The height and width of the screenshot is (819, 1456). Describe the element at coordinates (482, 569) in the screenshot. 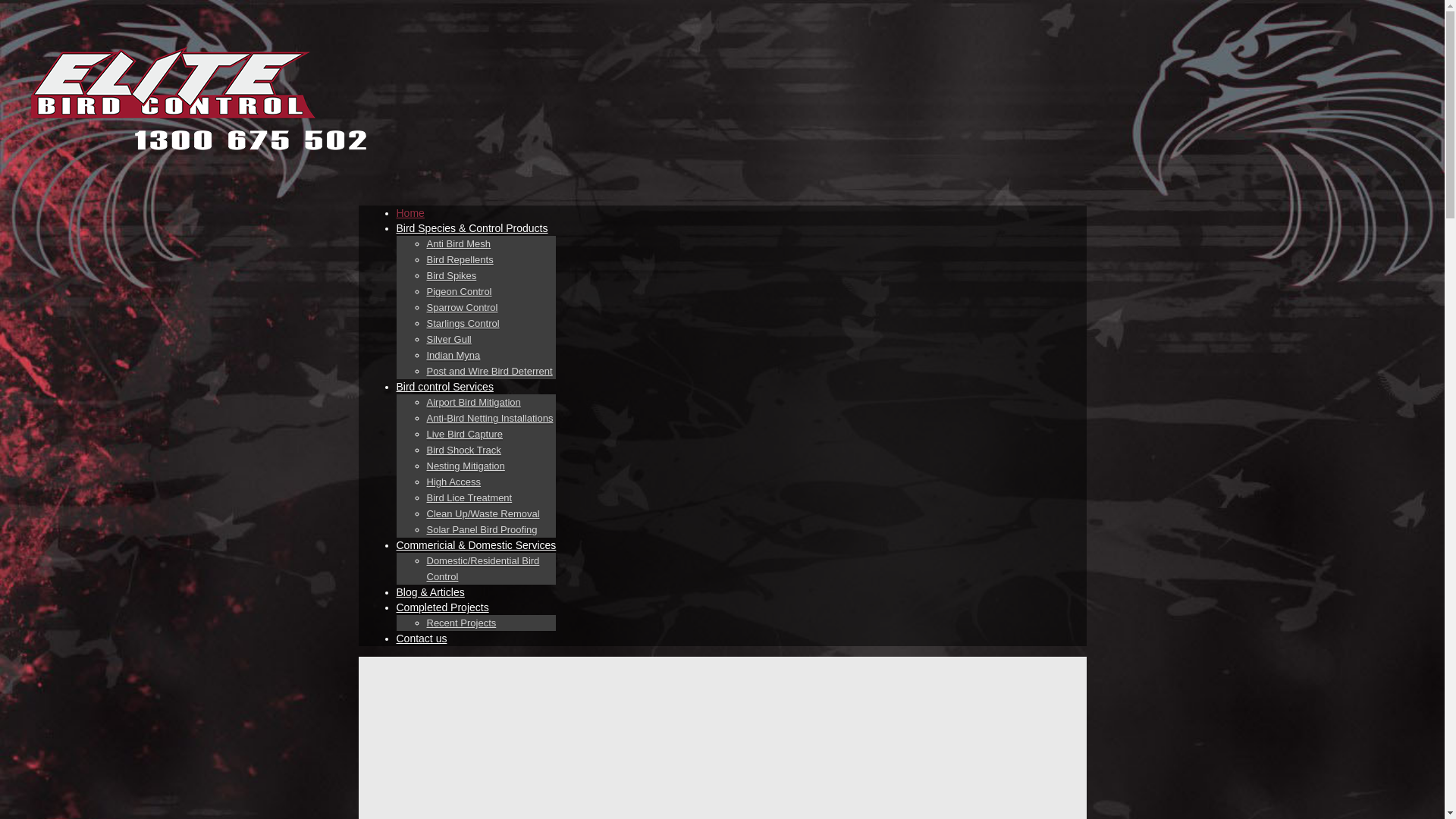

I see `'Domestic/Residential Bird Control'` at that location.